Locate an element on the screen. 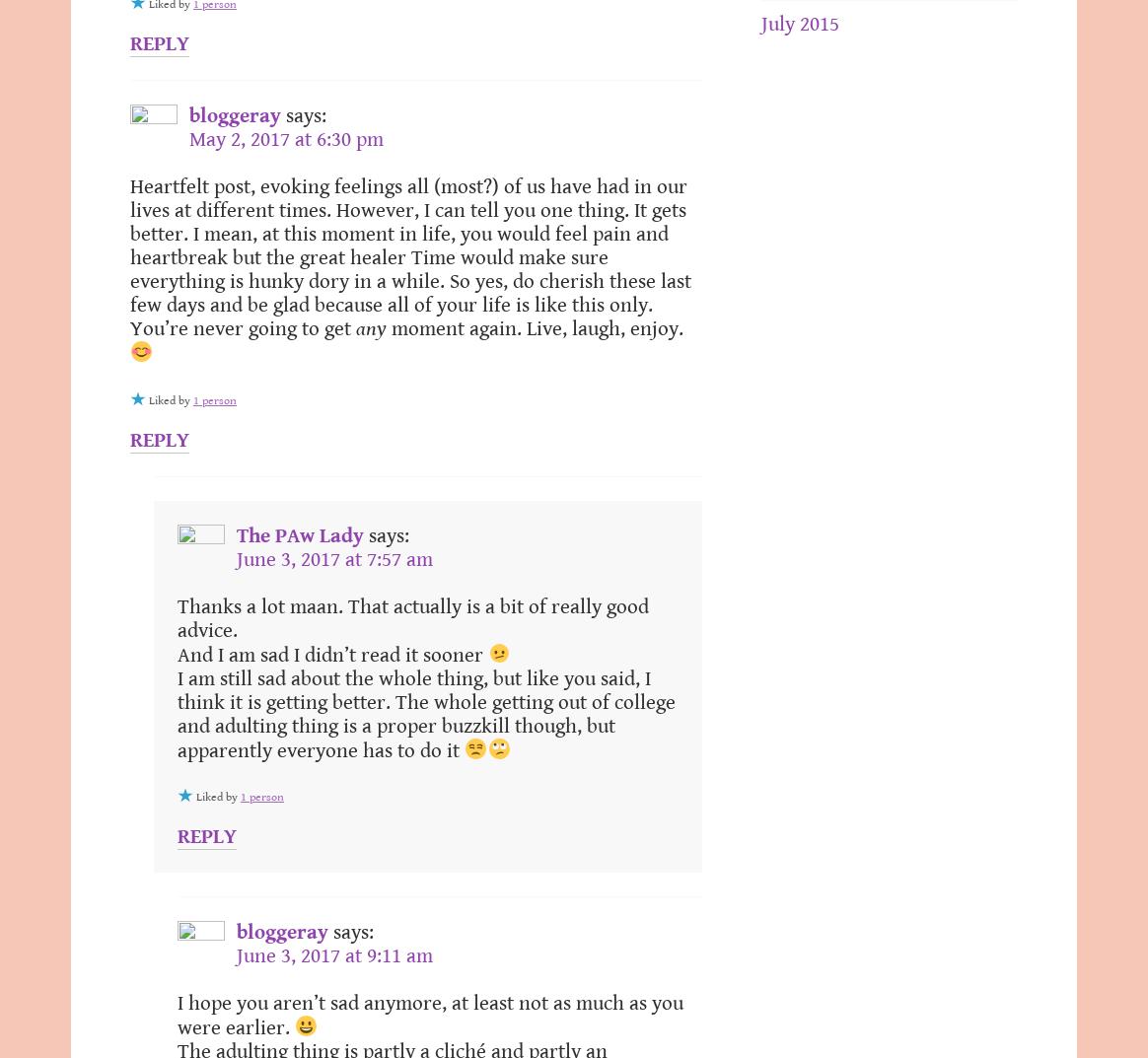  'July 2015' is located at coordinates (800, 24).